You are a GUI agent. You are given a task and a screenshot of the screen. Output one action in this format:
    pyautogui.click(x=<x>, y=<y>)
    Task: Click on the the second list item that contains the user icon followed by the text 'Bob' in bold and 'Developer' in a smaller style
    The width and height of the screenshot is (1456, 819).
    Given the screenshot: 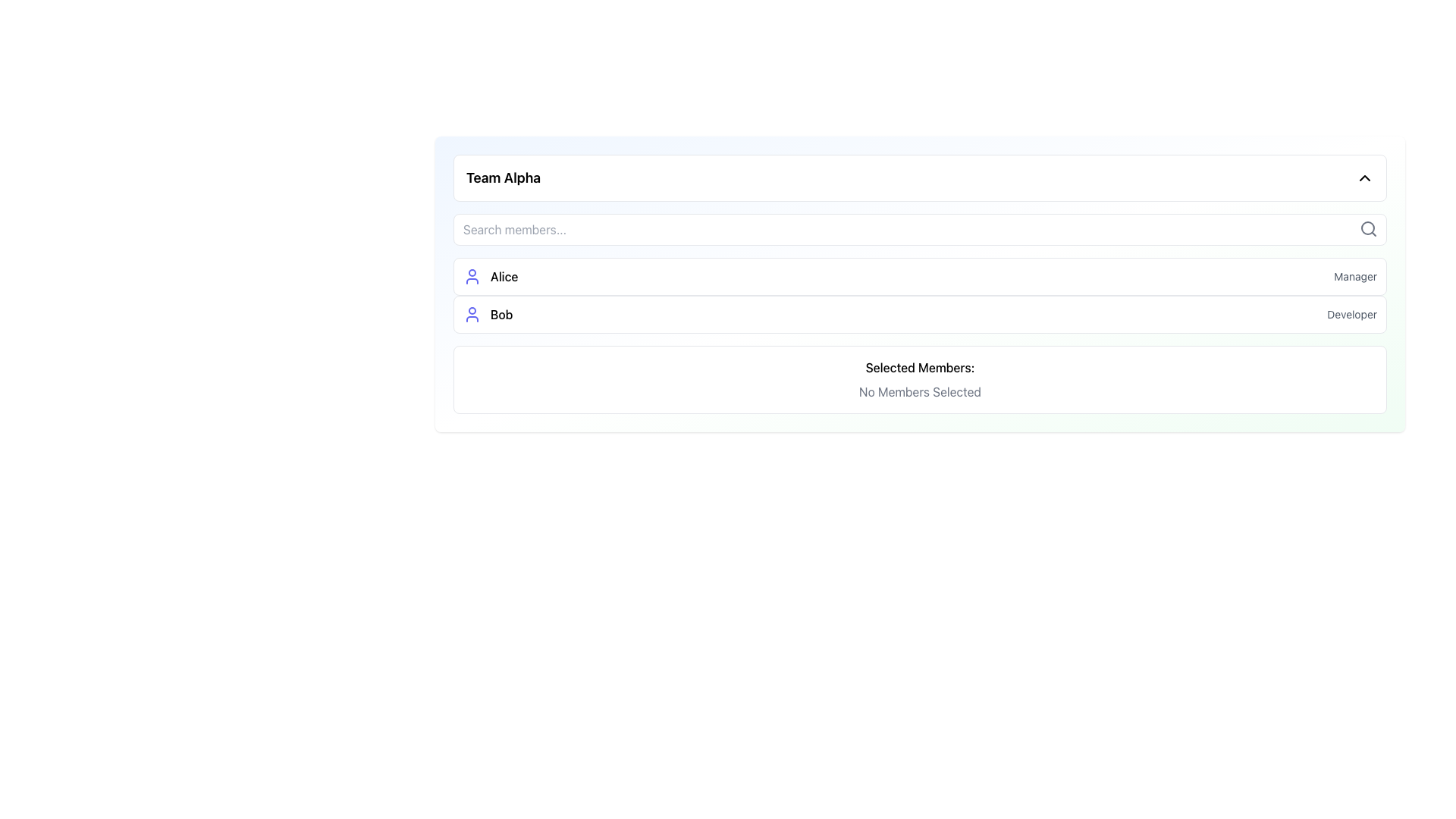 What is the action you would take?
    pyautogui.click(x=919, y=314)
    